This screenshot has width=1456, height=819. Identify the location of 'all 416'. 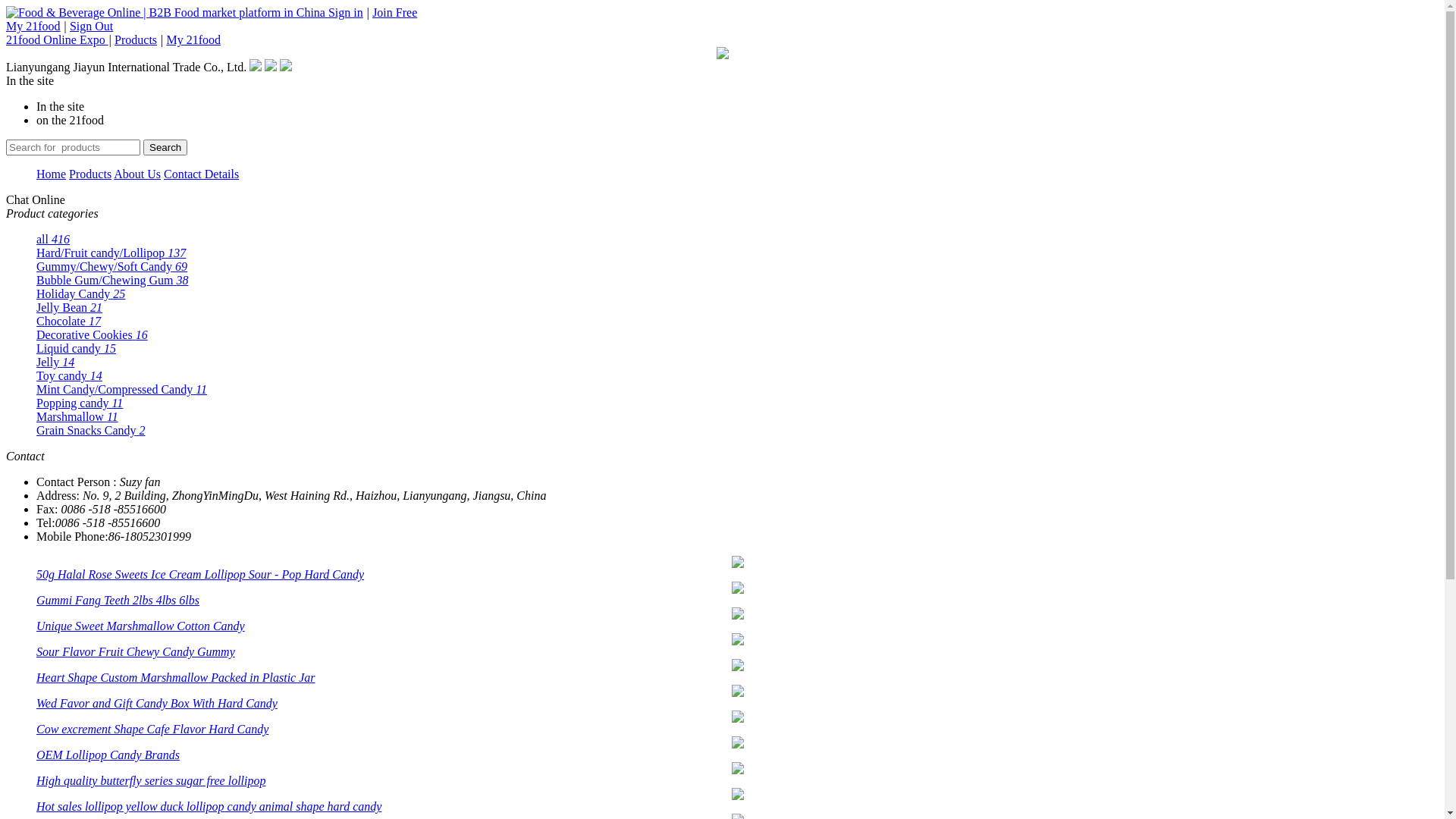
(53, 239).